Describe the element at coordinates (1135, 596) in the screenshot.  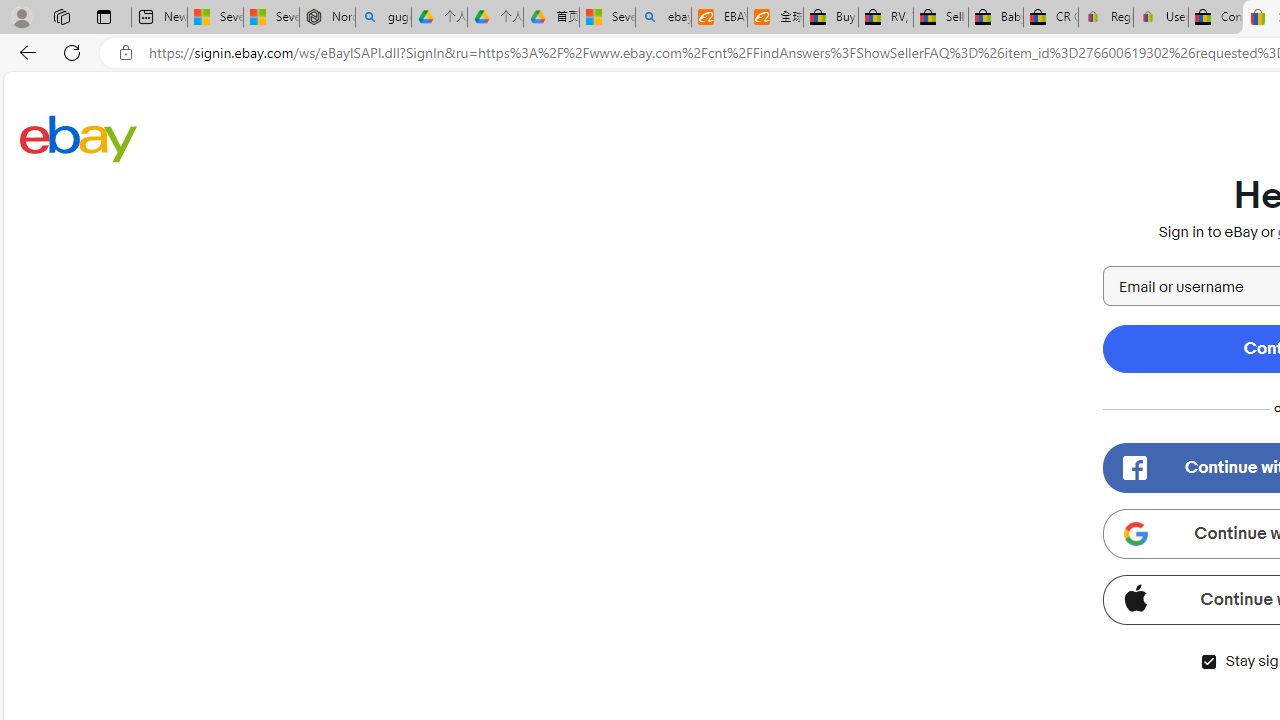
I see `'Class: apple-icon'` at that location.